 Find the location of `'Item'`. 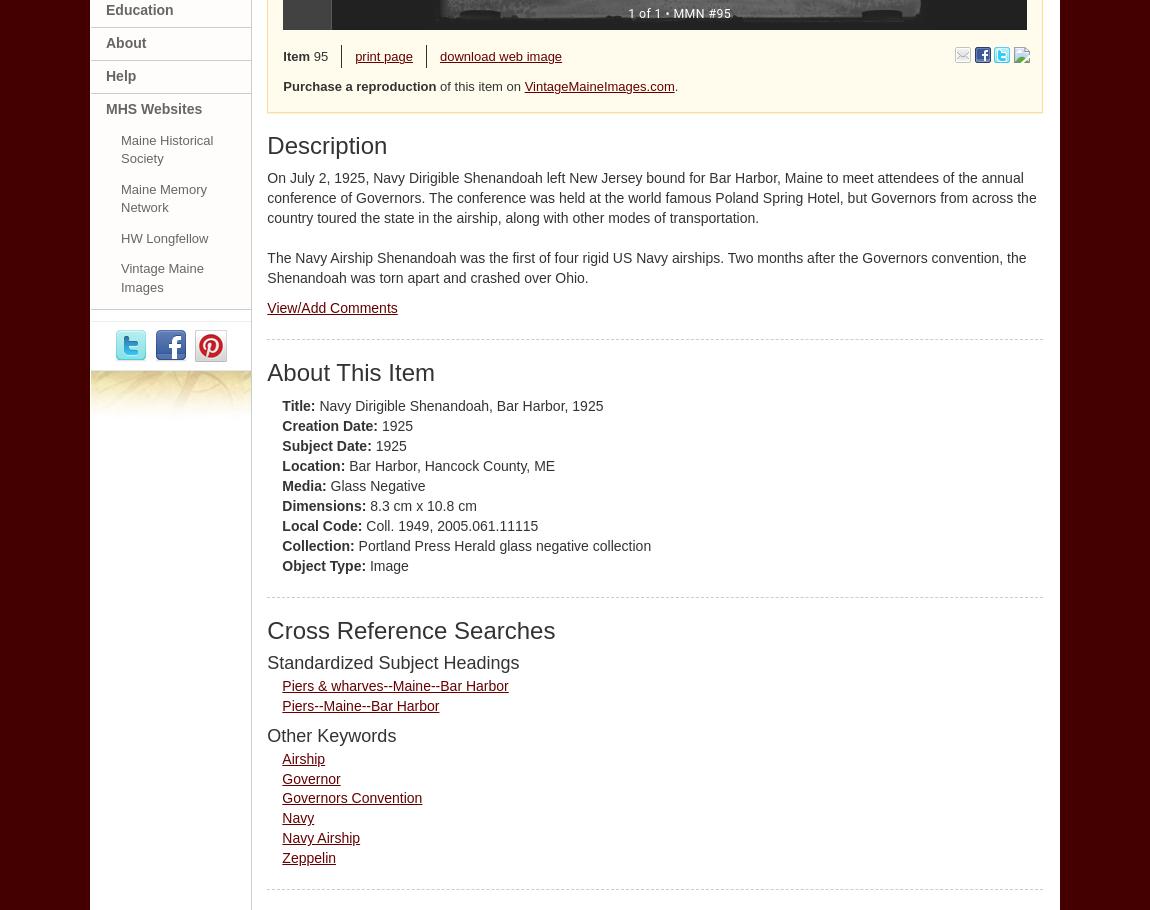

'Item' is located at coordinates (297, 56).